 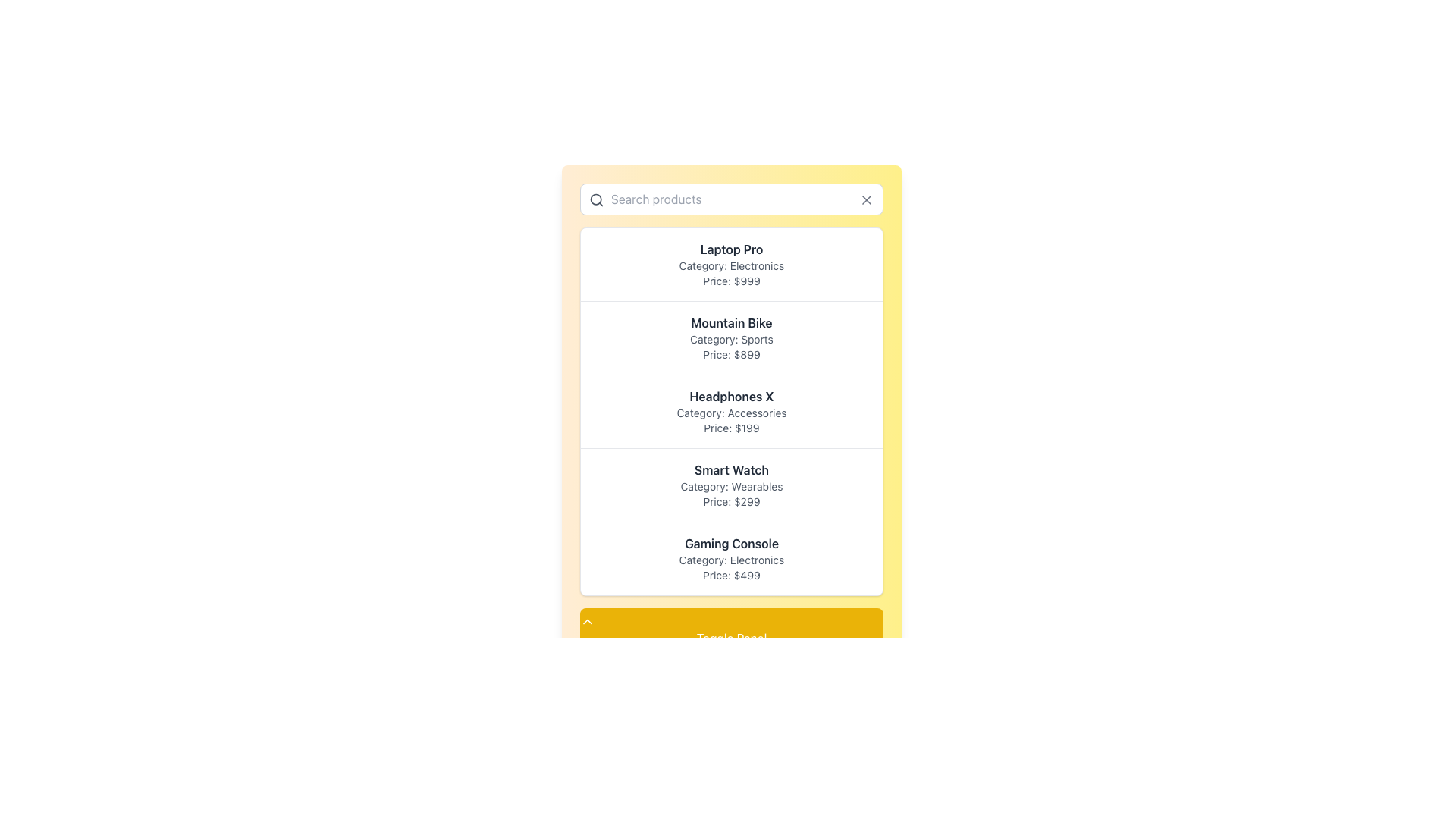 What do you see at coordinates (586, 622) in the screenshot?
I see `the icon that serves as a visual indicator for toggling or collapsing the associated panel, located inside the 'Toggle Panel' button at the bottom right corner` at bounding box center [586, 622].